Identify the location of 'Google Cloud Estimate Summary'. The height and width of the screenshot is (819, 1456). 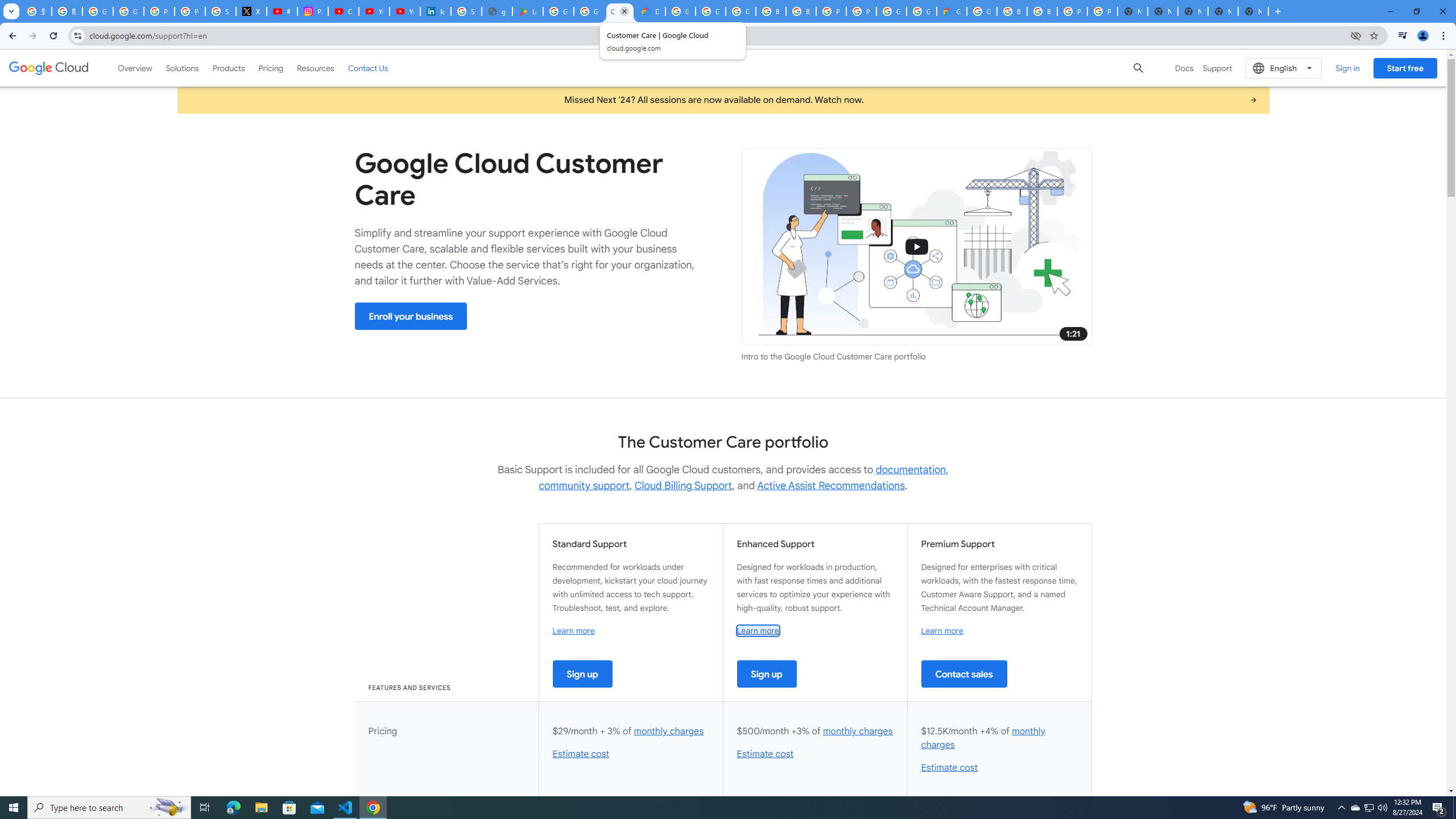
(952, 11).